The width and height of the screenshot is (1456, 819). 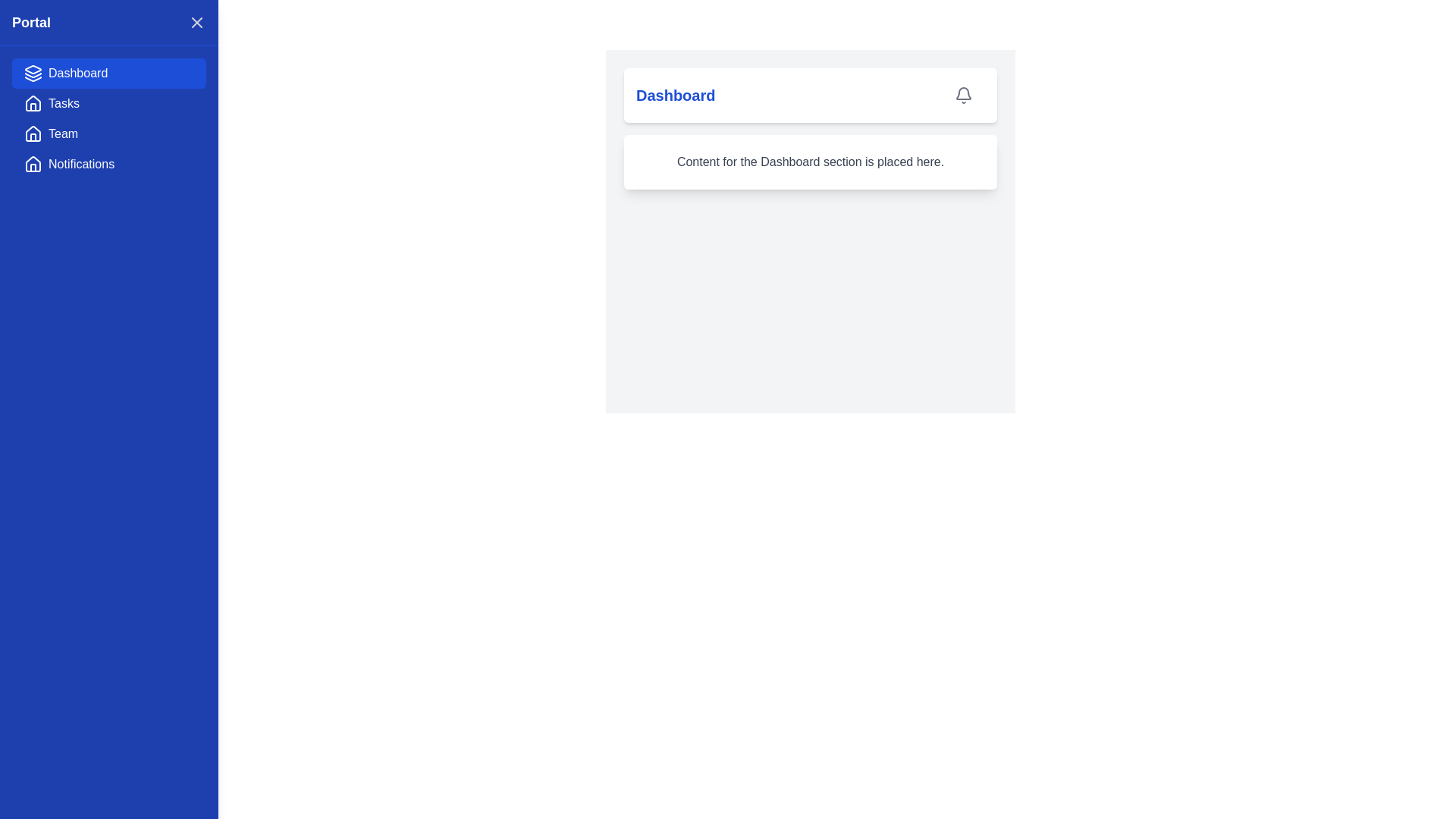 I want to click on text content of the bold label displaying 'Portal' in the top-left section of the sidebar, which has a blue background and white text, so click(x=31, y=23).